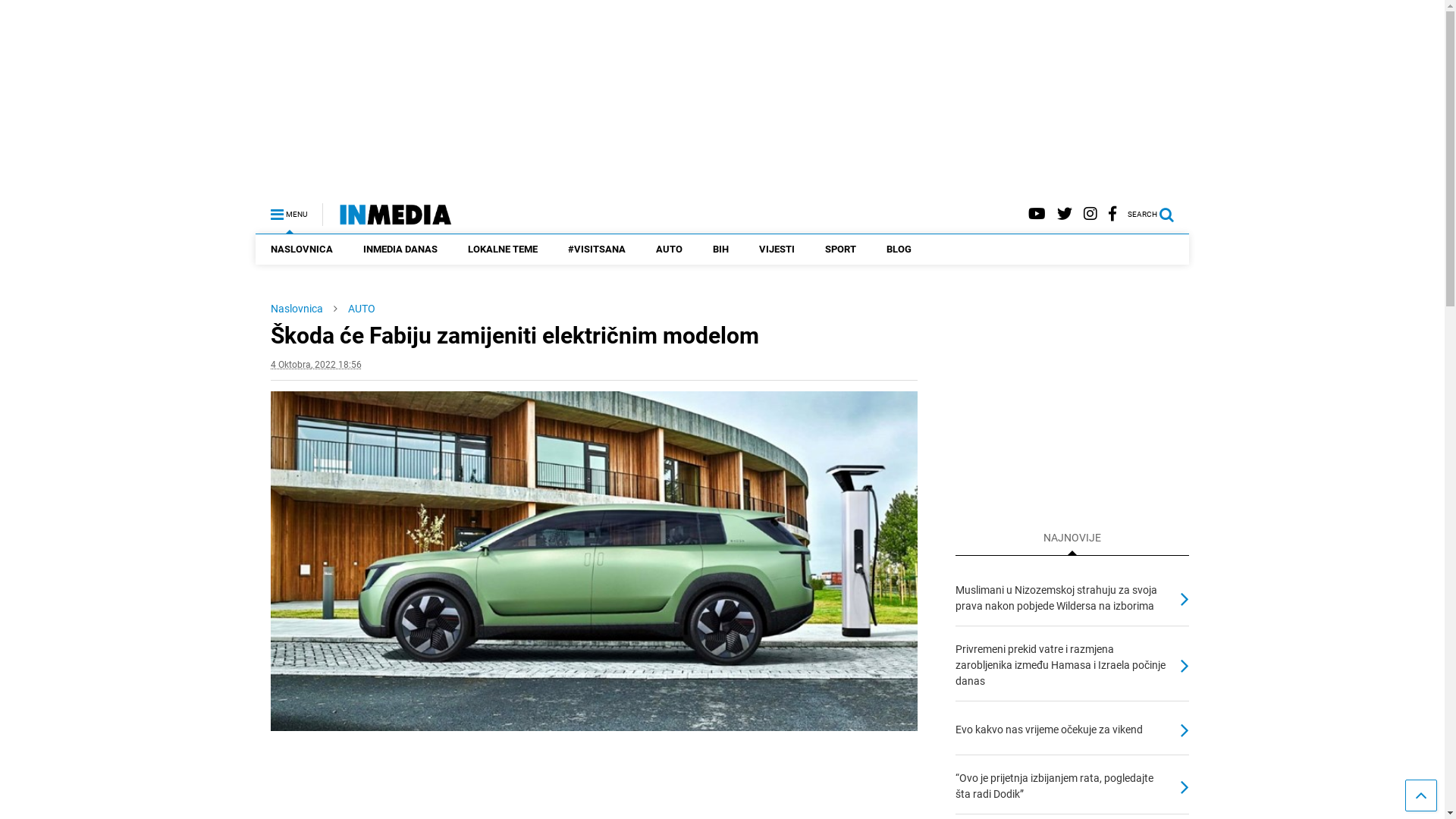  Describe the element at coordinates (315, 365) in the screenshot. I see `'4 Oktobra, 2022 18:56'` at that location.